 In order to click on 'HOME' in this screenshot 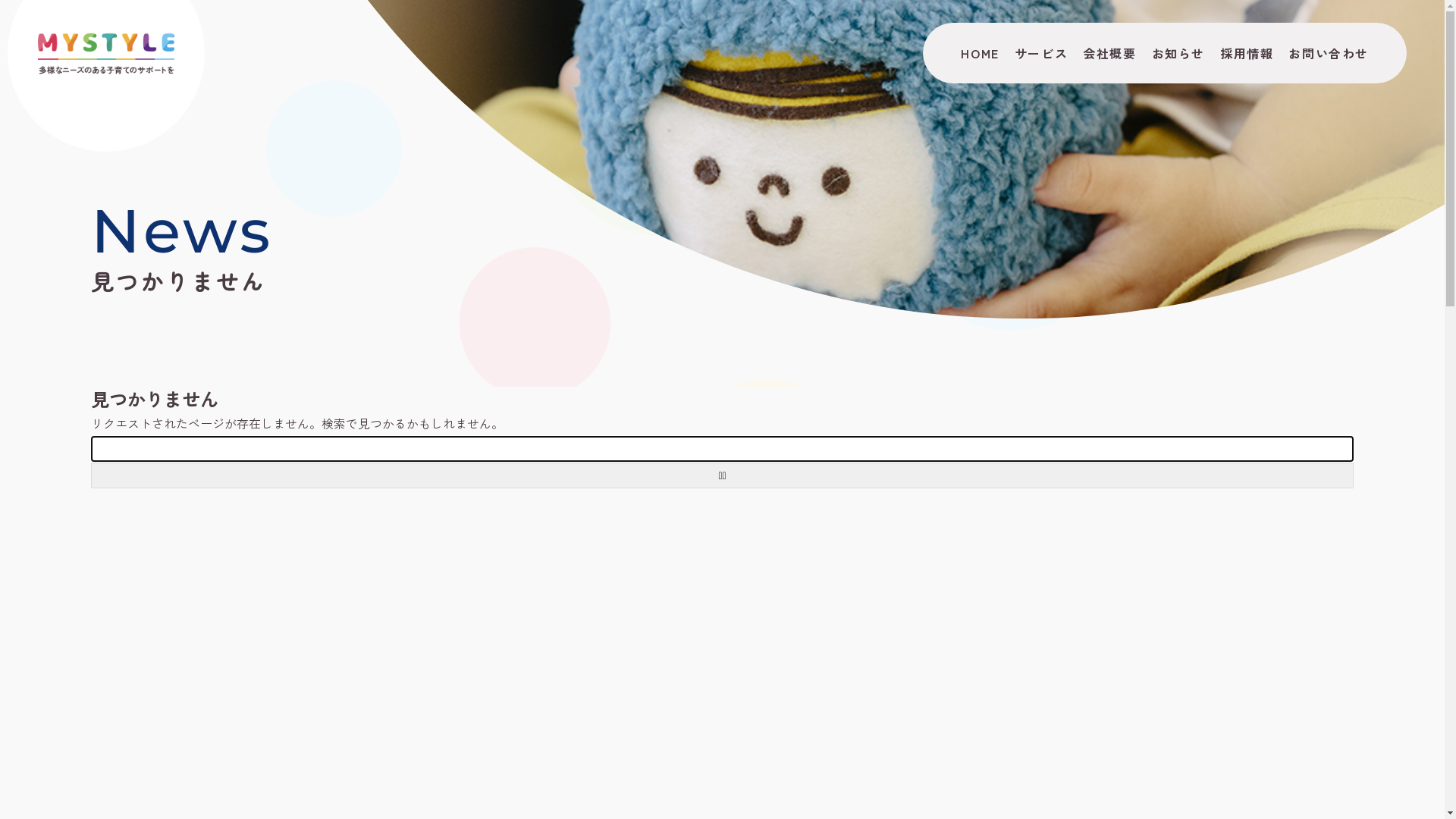, I will do `click(952, 52)`.